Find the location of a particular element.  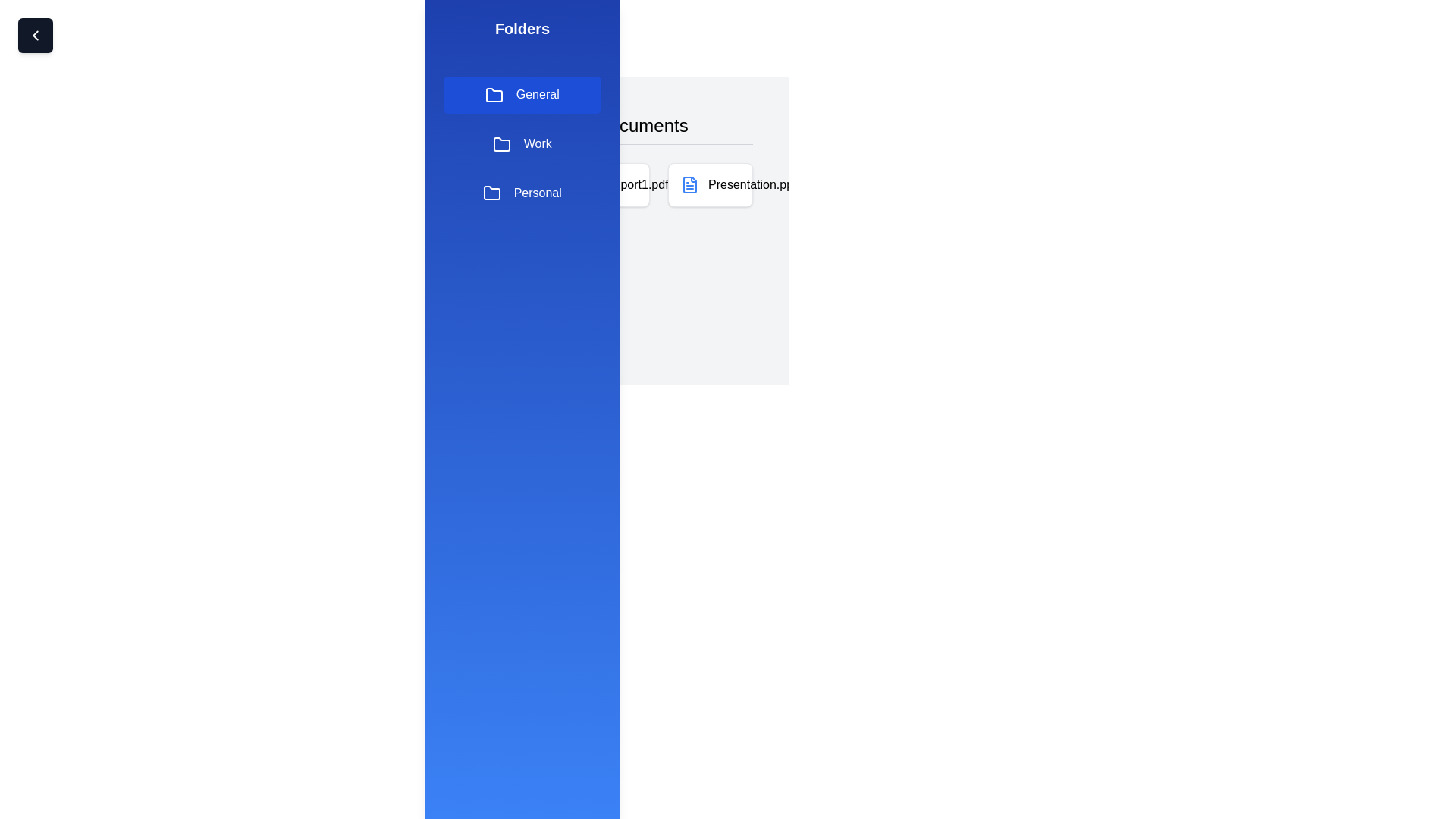

the blue folder icon representing the 'Work' folder in the sidebar menu is located at coordinates (502, 144).